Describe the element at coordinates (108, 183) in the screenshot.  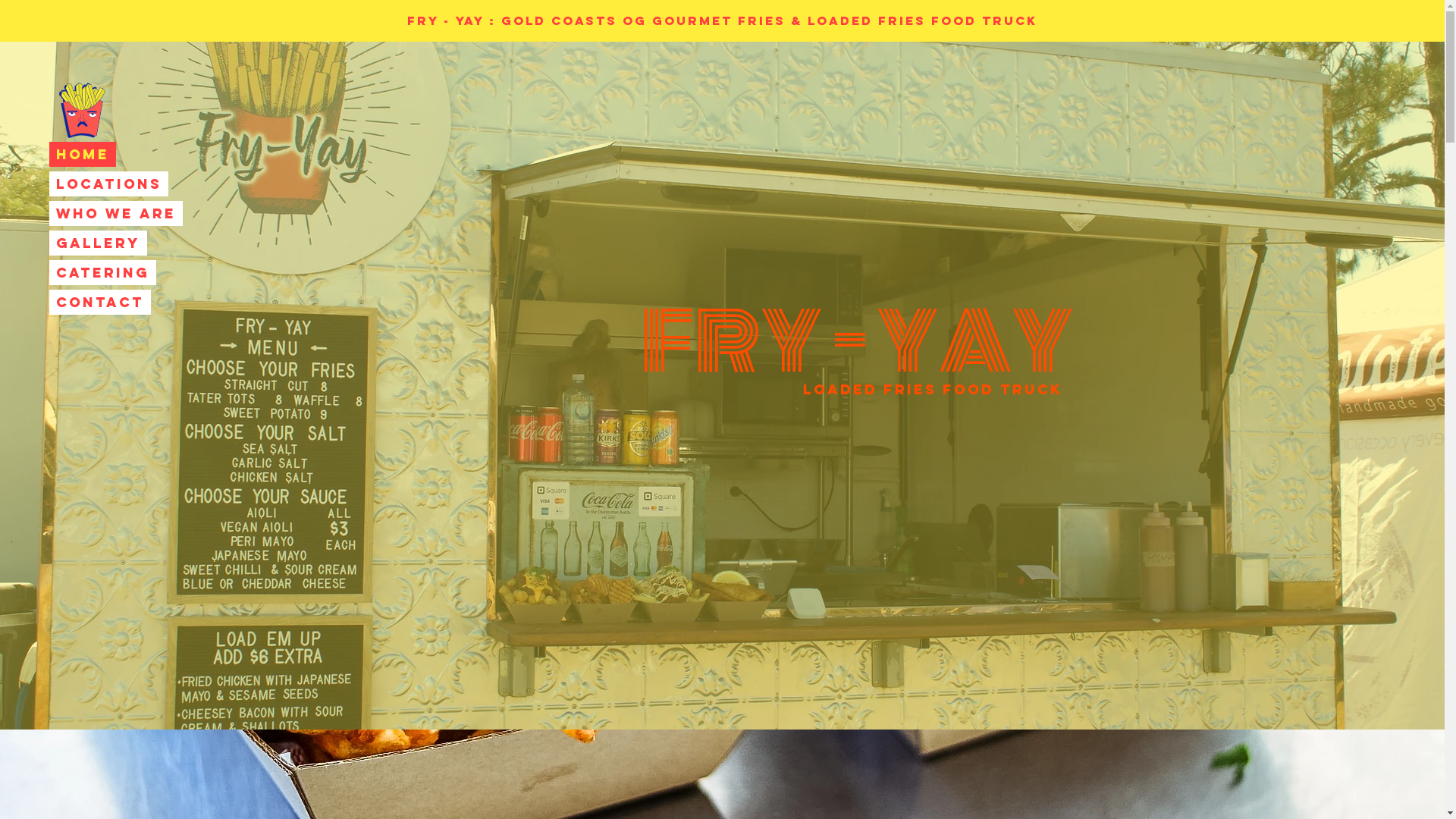
I see `'Locations'` at that location.